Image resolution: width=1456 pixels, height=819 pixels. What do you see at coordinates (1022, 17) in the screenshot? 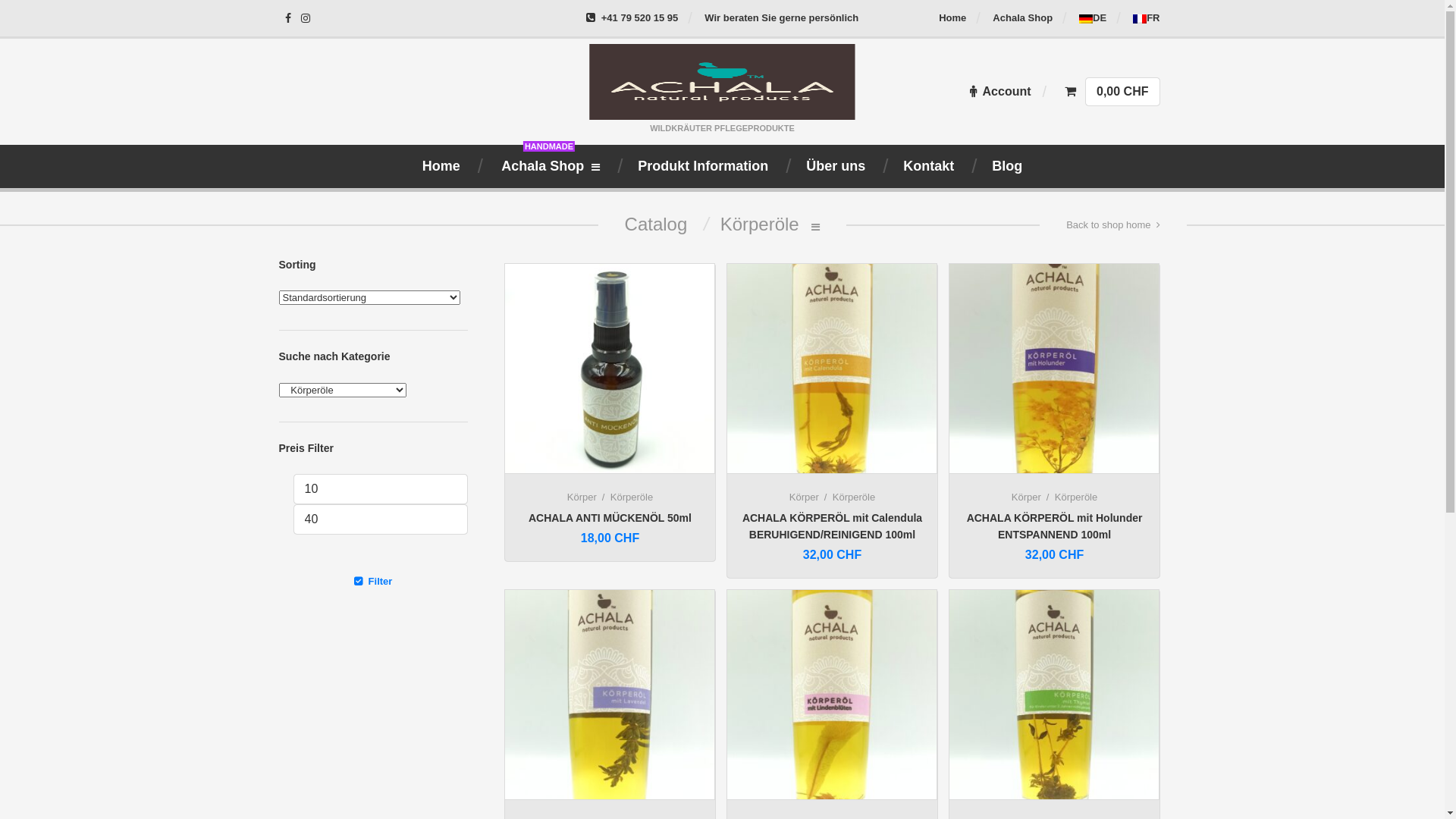
I see `'Achala Shop'` at bounding box center [1022, 17].